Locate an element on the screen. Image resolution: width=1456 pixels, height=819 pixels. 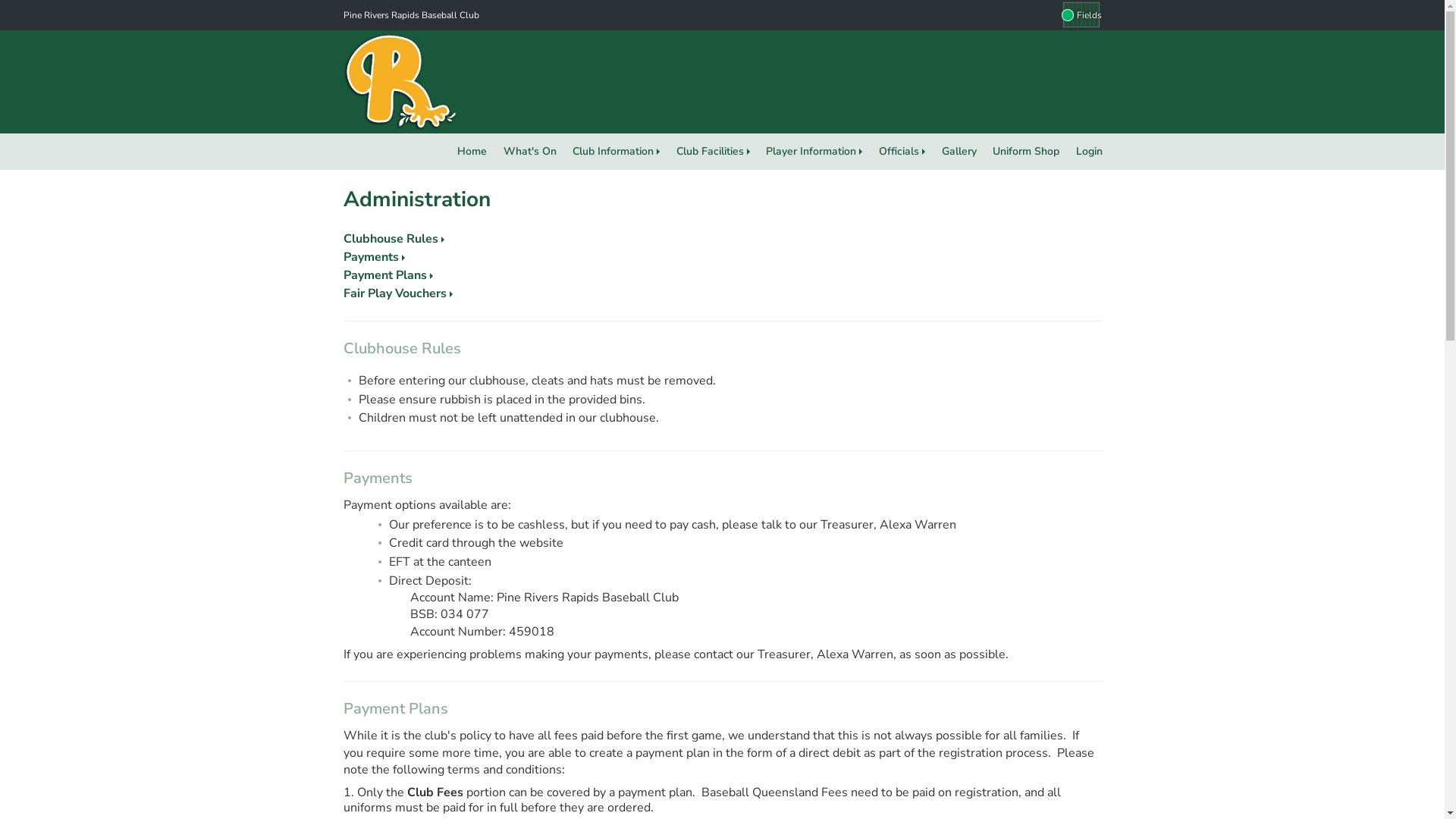
'Uniform Shop' is located at coordinates (984, 152).